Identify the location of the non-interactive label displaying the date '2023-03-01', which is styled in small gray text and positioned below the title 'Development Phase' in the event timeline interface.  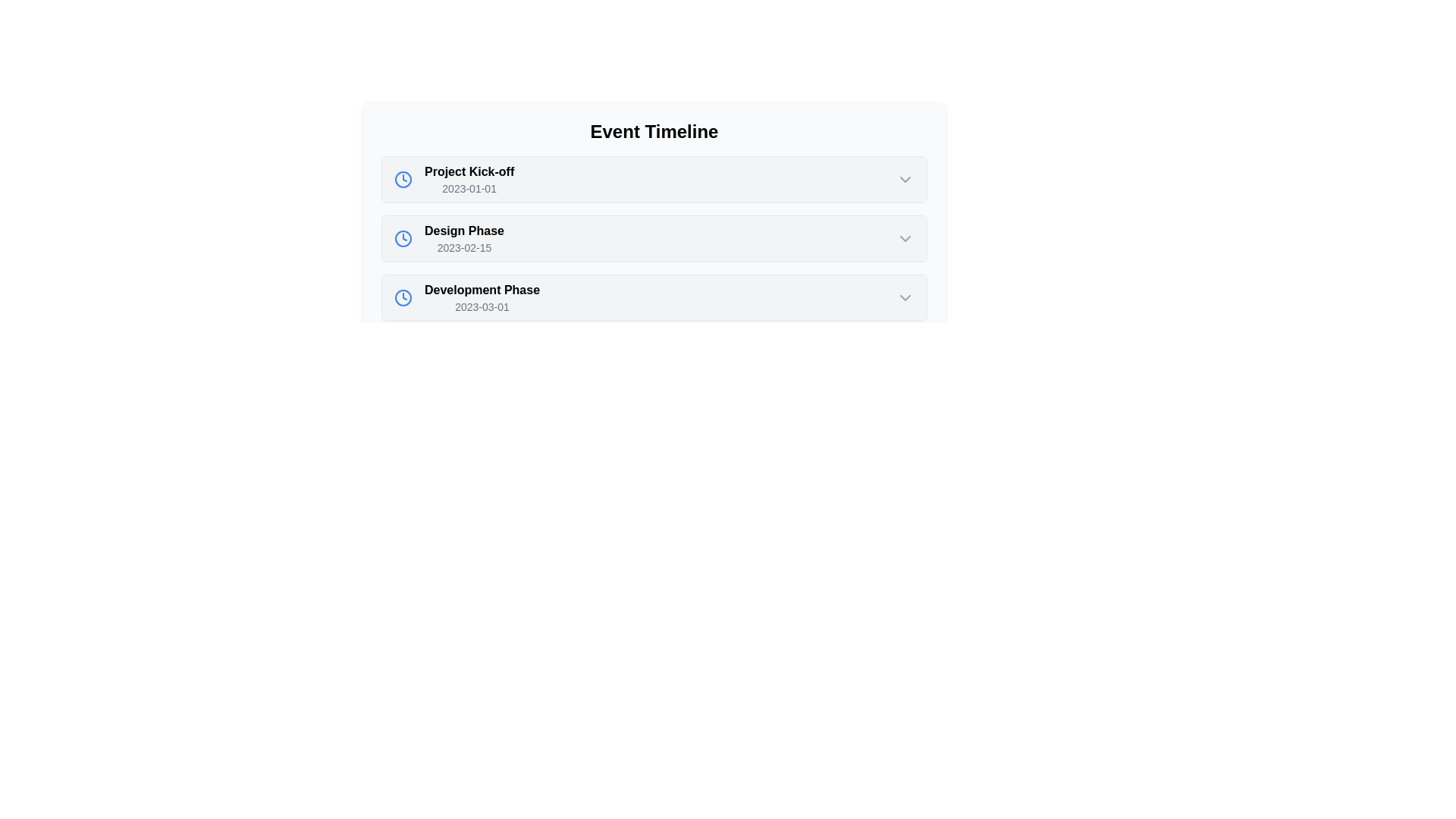
(482, 307).